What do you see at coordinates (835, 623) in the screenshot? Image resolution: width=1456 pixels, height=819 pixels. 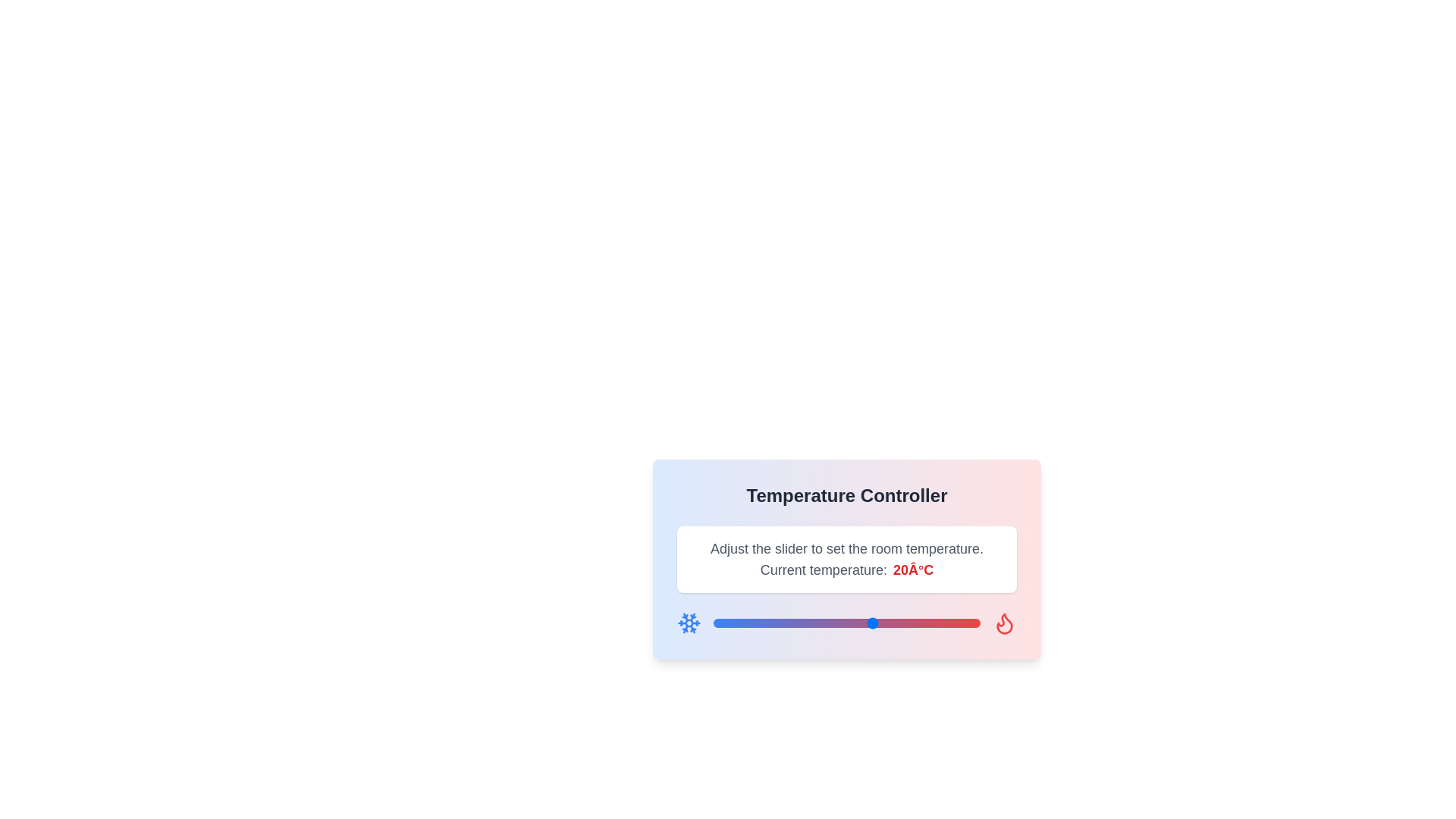 I see `the temperature slider to set the temperature to 13°C` at bounding box center [835, 623].